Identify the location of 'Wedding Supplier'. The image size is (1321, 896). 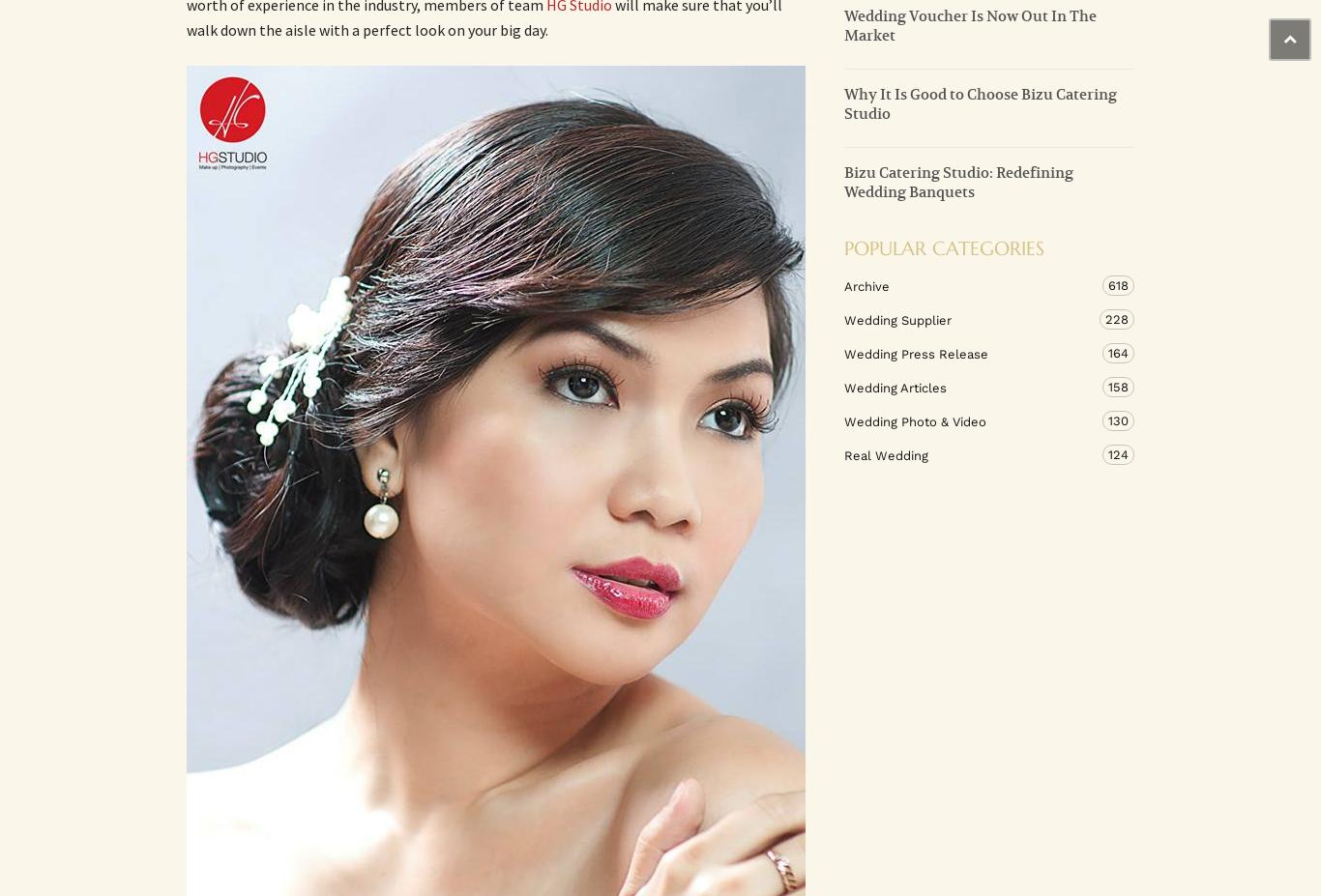
(843, 318).